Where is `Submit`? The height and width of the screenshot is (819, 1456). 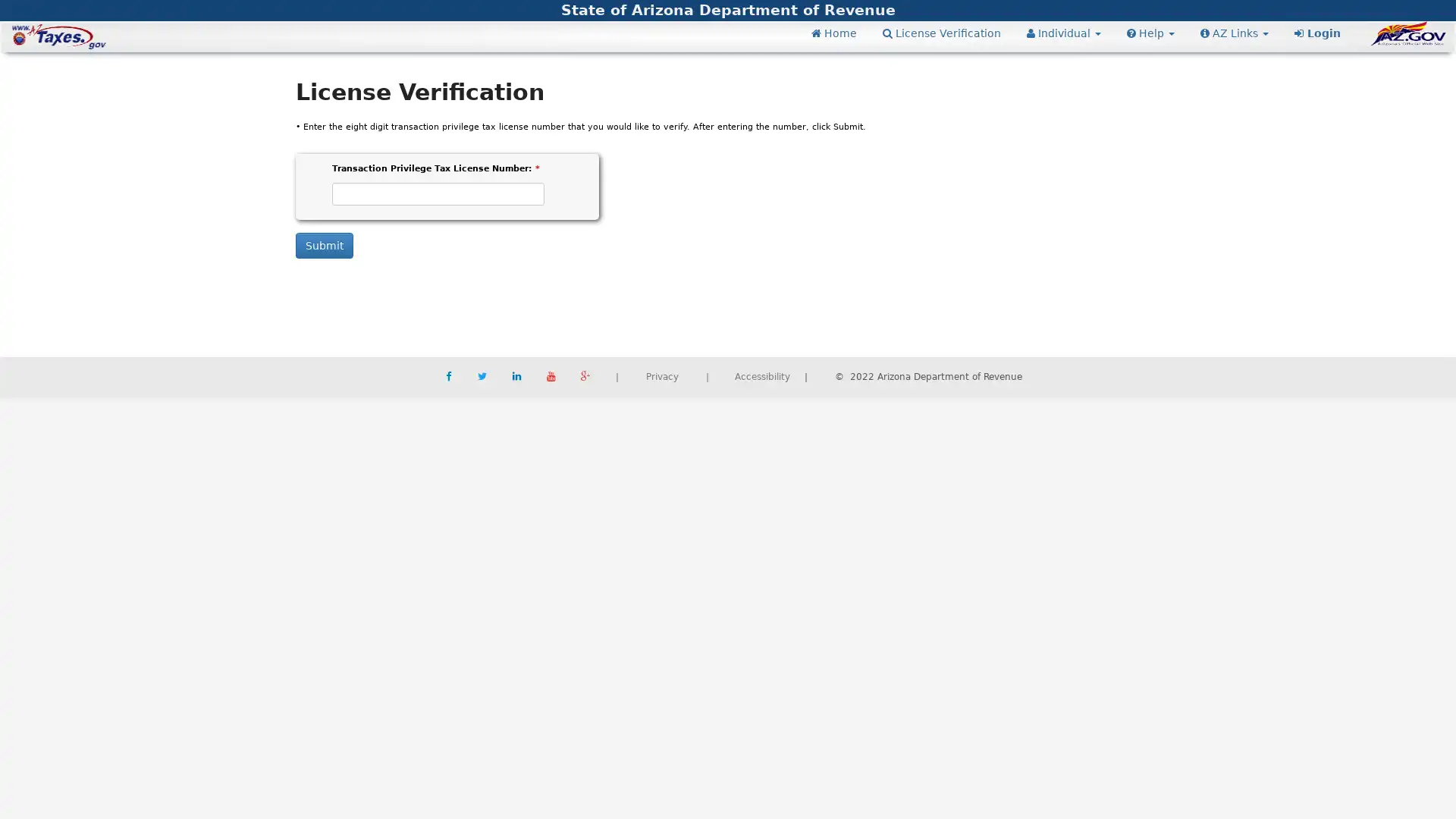
Submit is located at coordinates (323, 244).